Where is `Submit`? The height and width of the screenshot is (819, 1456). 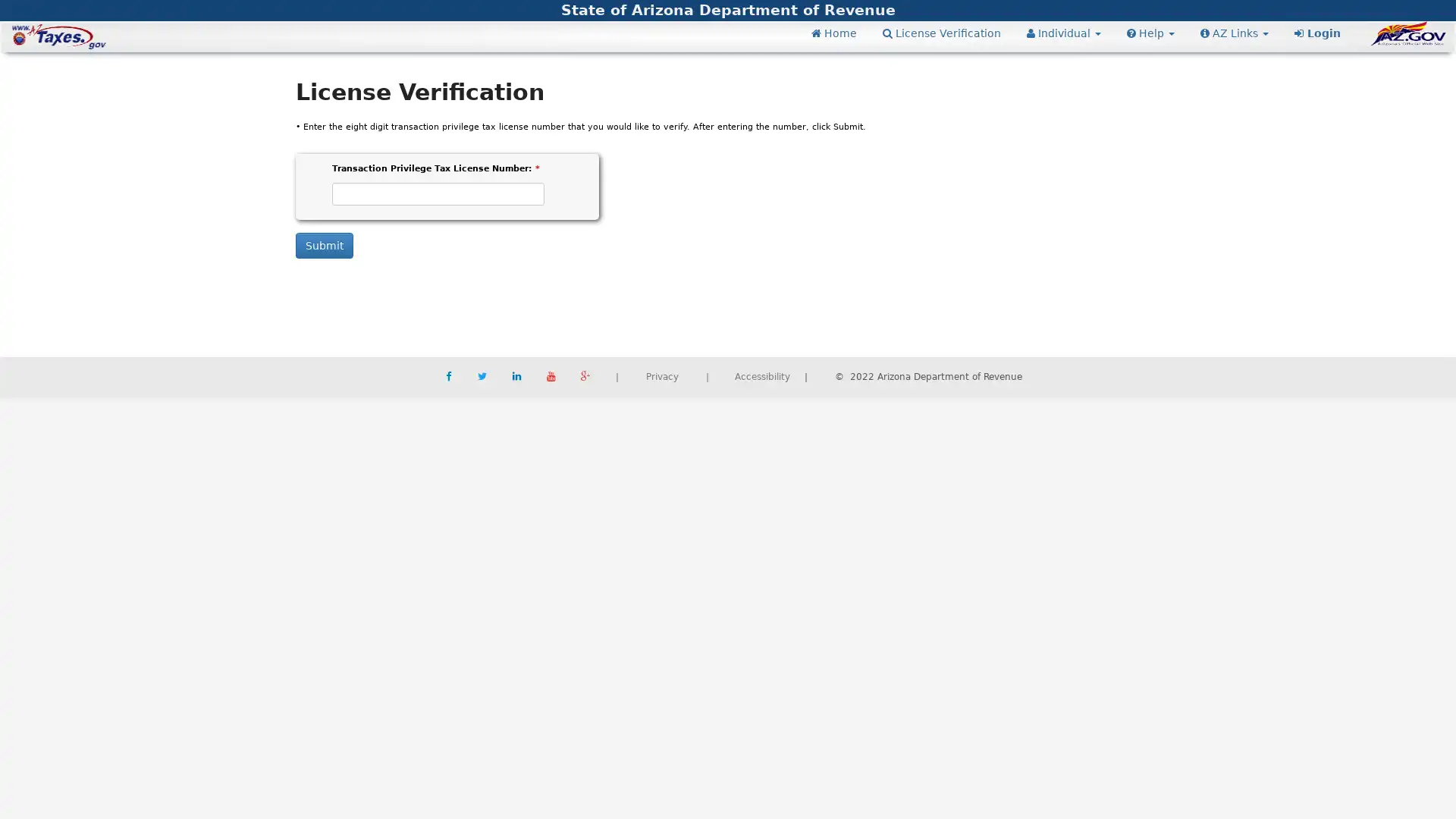
Submit is located at coordinates (323, 244).